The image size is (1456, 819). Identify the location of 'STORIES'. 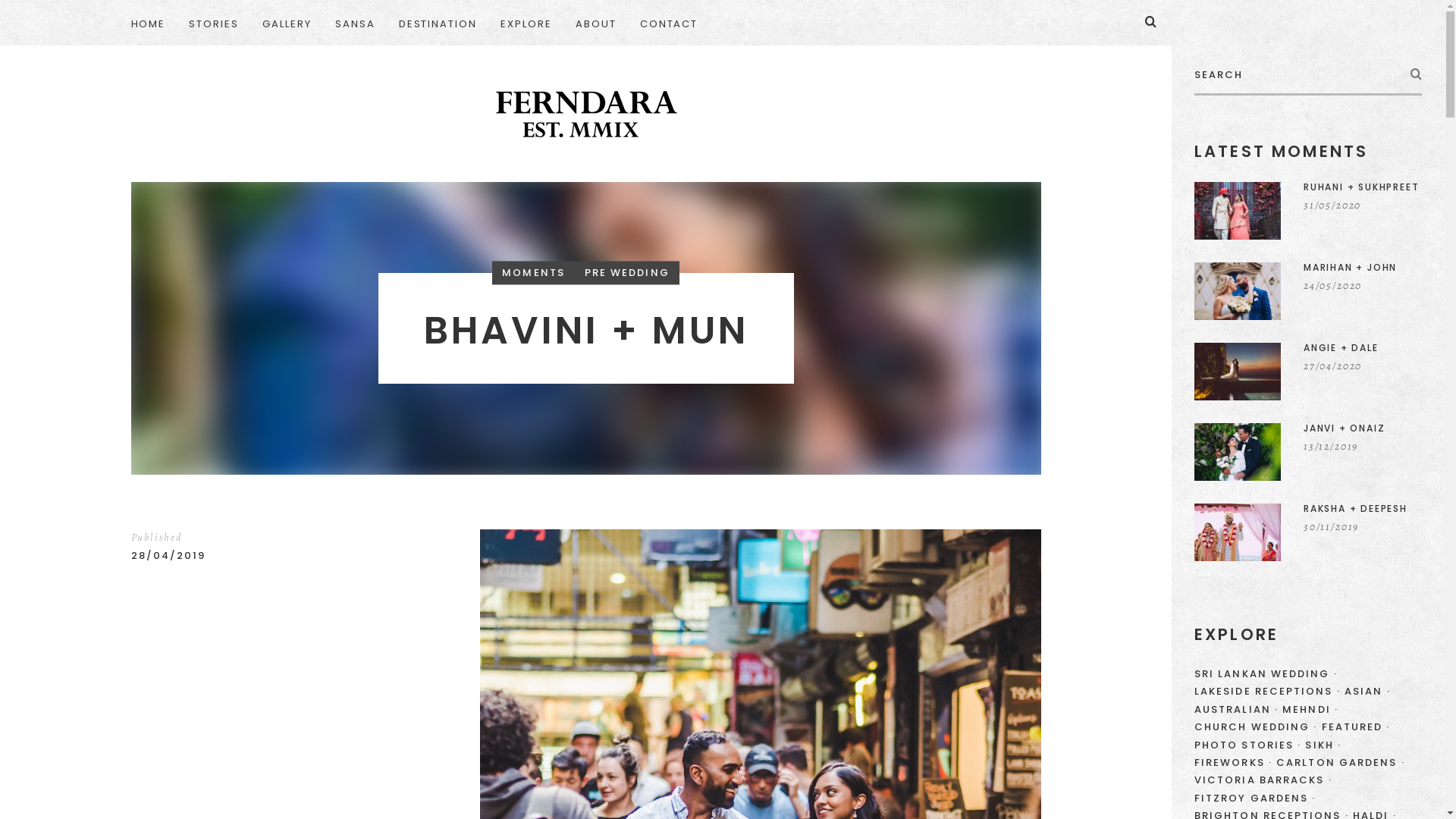
(213, 23).